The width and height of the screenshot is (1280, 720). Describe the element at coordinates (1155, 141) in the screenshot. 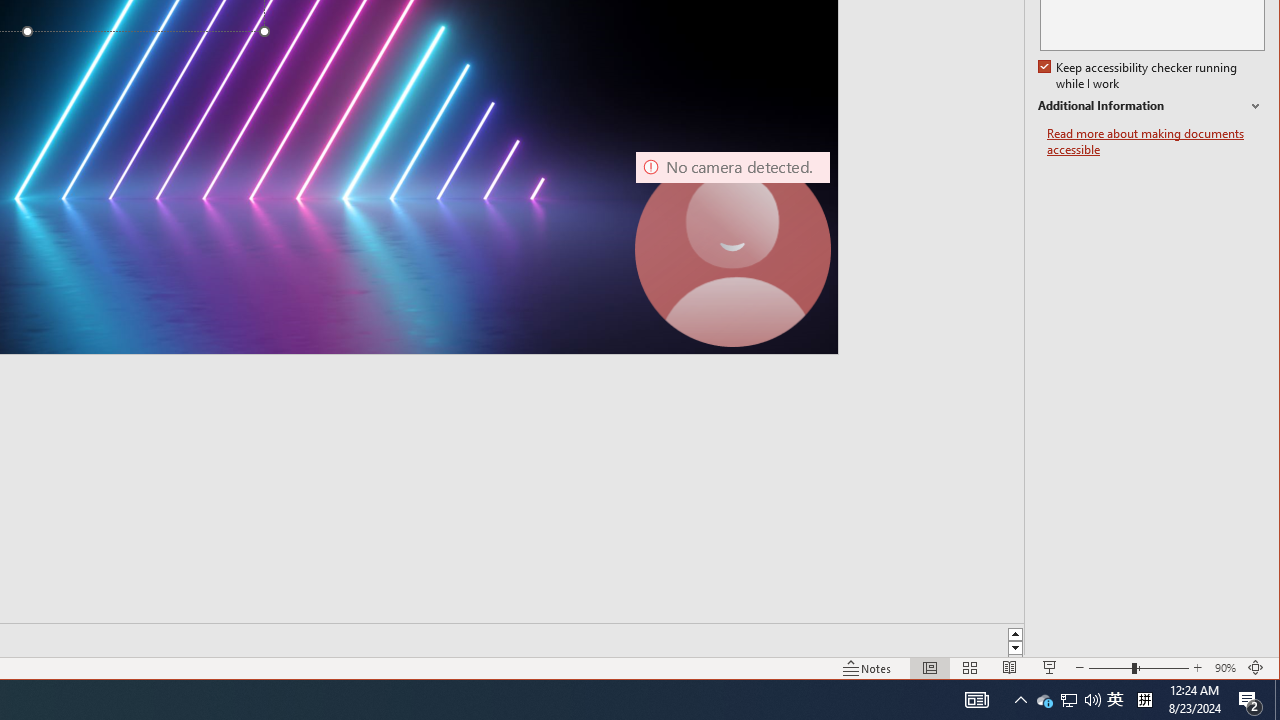

I see `'Read more about making documents accessible'` at that location.